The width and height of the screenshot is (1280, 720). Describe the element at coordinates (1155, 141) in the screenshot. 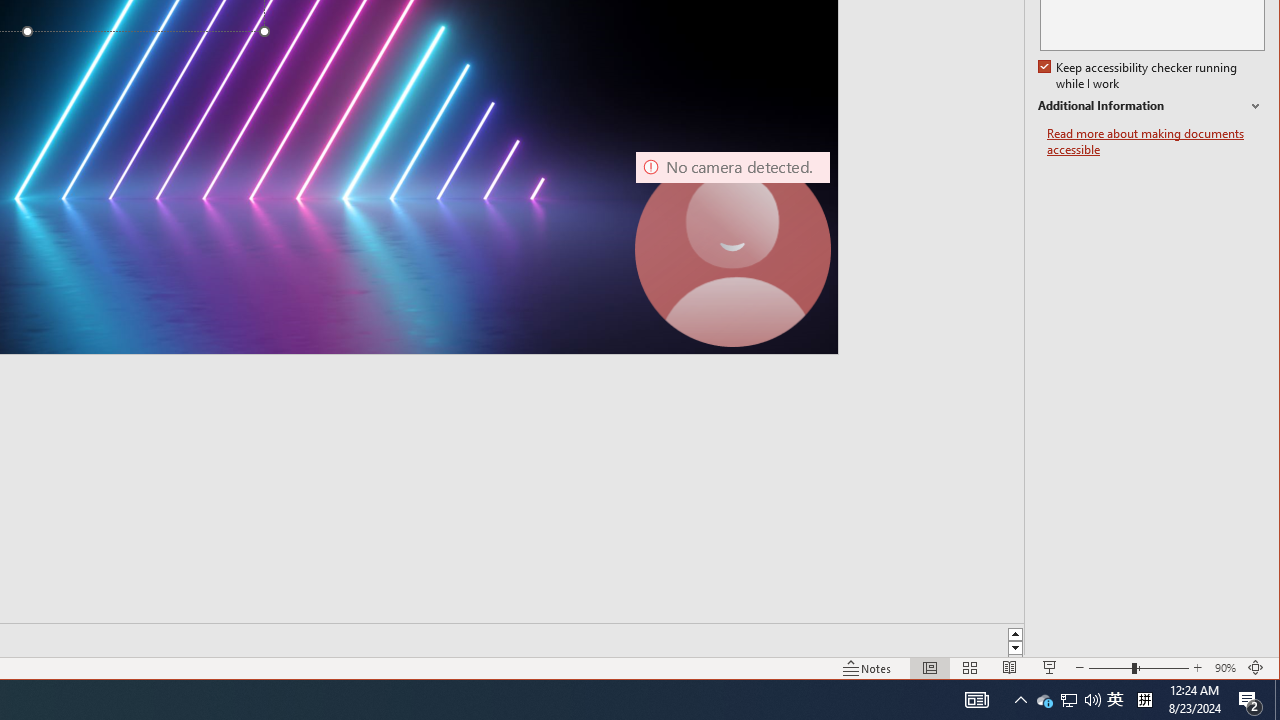

I see `'Read more about making documents accessible'` at that location.